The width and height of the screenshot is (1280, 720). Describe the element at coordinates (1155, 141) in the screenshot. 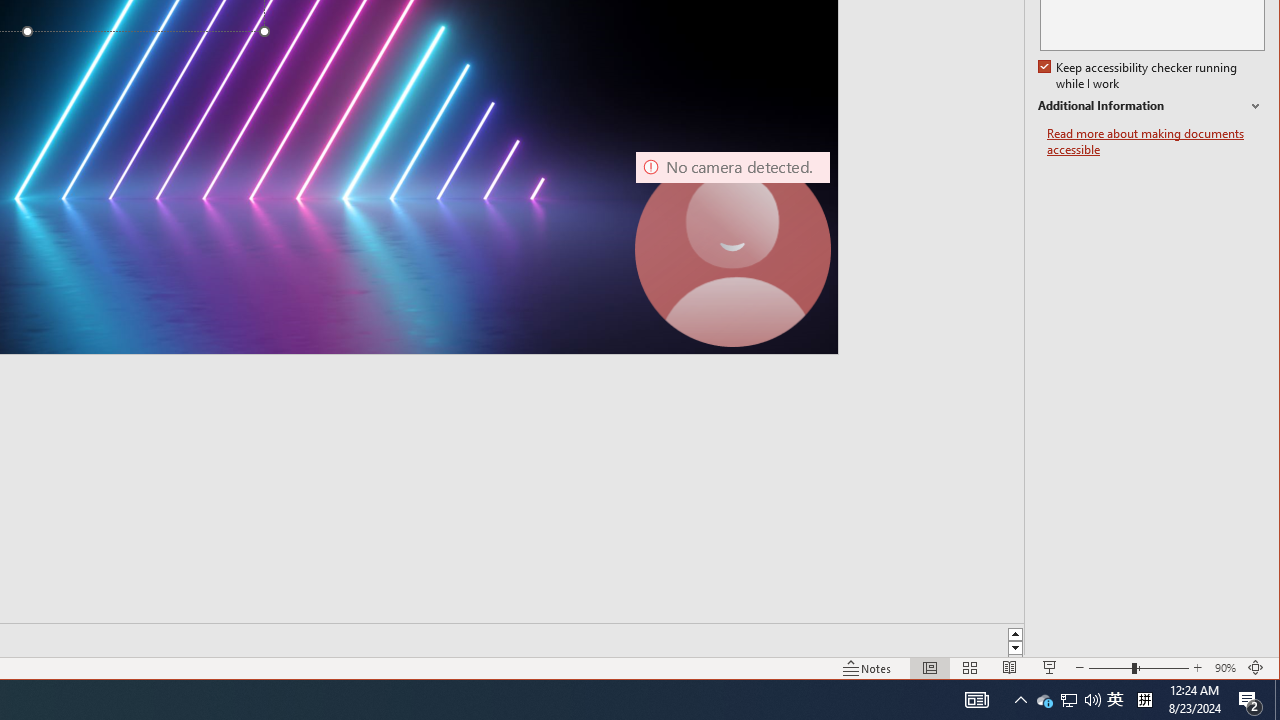

I see `'Read more about making documents accessible'` at that location.